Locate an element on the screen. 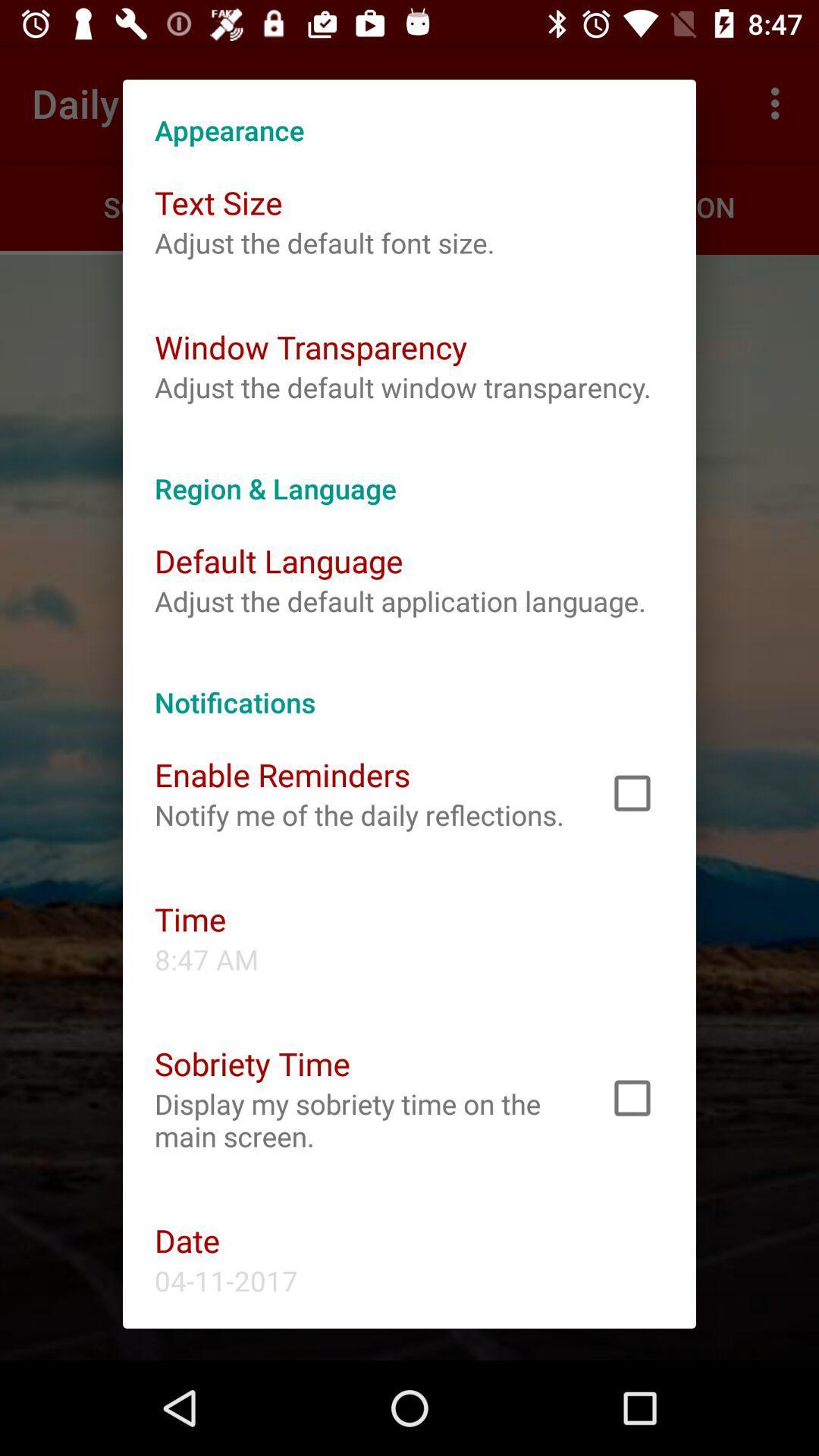  the item above the text size icon is located at coordinates (409, 113).